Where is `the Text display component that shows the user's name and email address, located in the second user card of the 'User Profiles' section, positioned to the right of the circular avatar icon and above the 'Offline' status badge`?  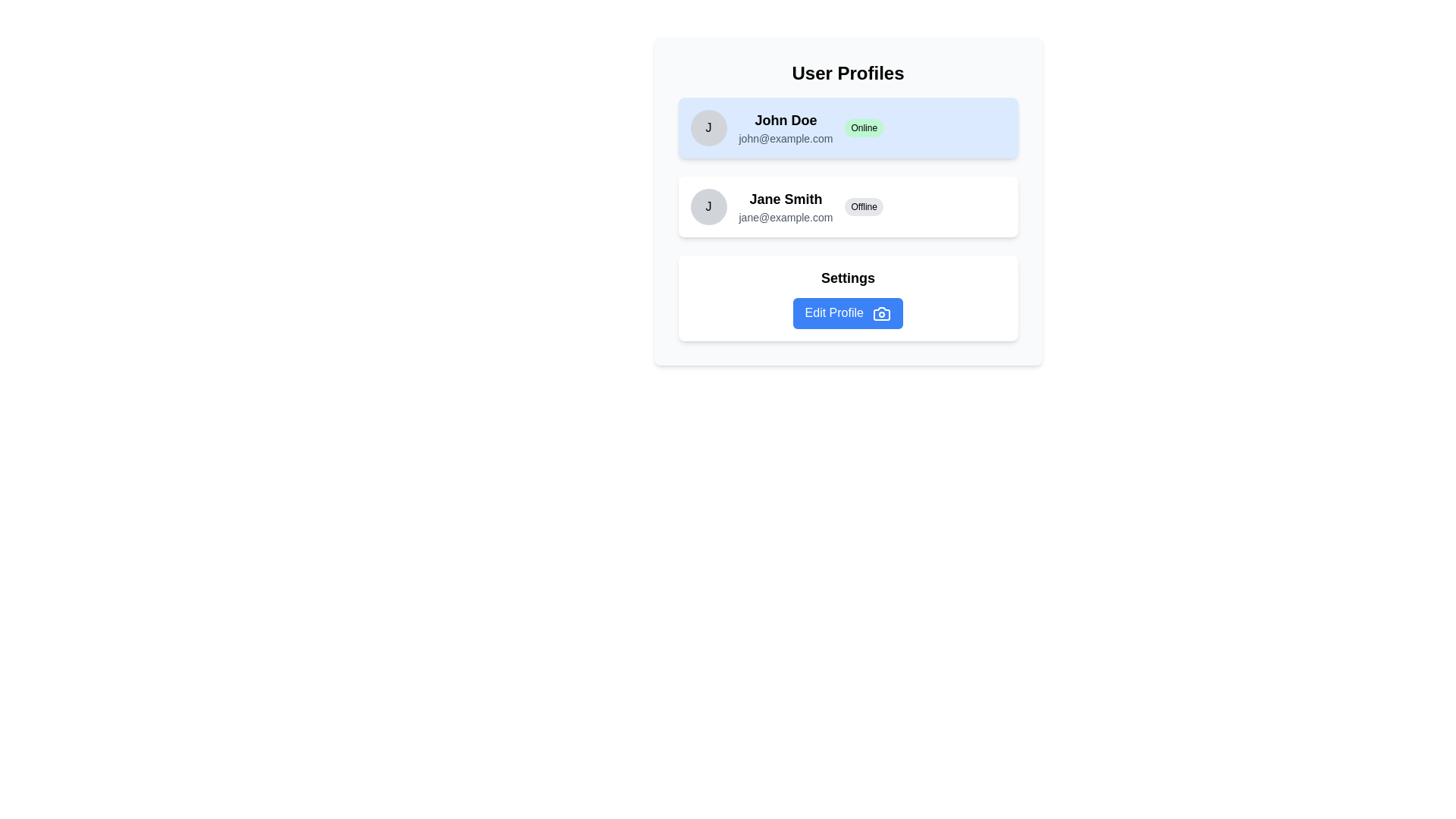
the Text display component that shows the user's name and email address, located in the second user card of the 'User Profiles' section, positioned to the right of the circular avatar icon and above the 'Offline' status badge is located at coordinates (786, 207).